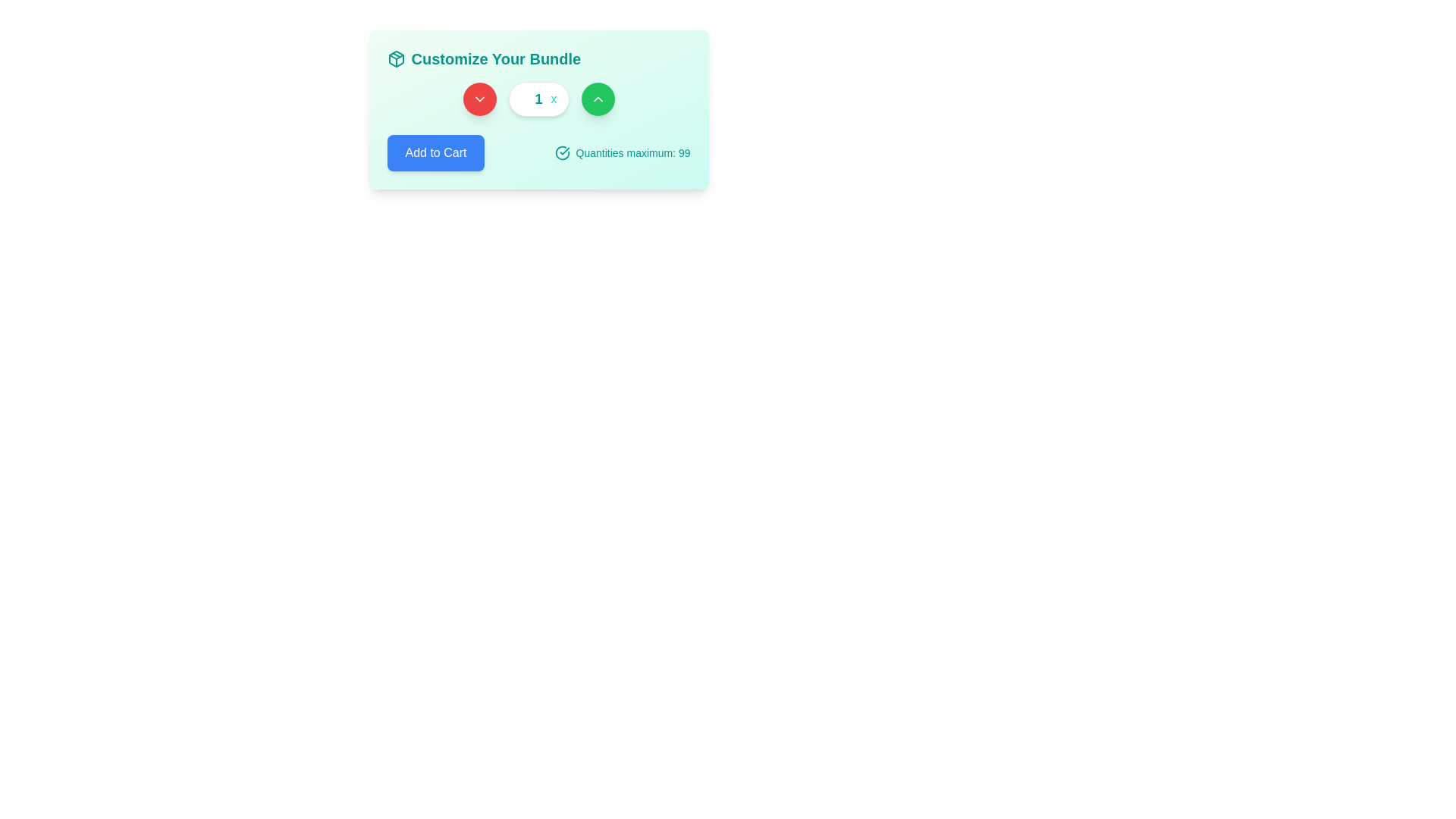 This screenshot has width=1456, height=819. What do you see at coordinates (479, 99) in the screenshot?
I see `the red circular button icon that indicates an expandable action related to quantity or item customization` at bounding box center [479, 99].